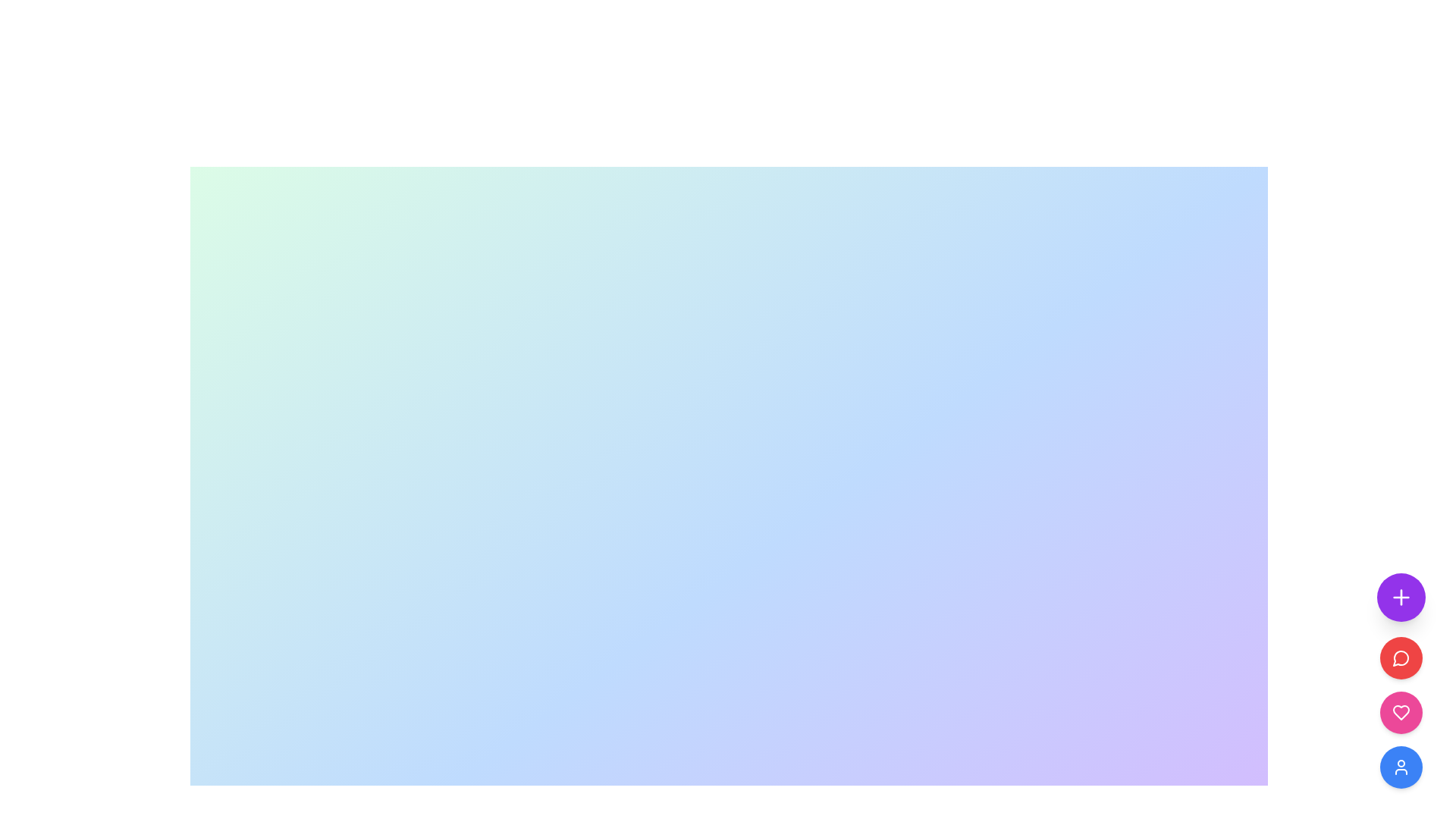  What do you see at coordinates (1401, 713) in the screenshot?
I see `the highlighted pink button with a heart icon` at bounding box center [1401, 713].